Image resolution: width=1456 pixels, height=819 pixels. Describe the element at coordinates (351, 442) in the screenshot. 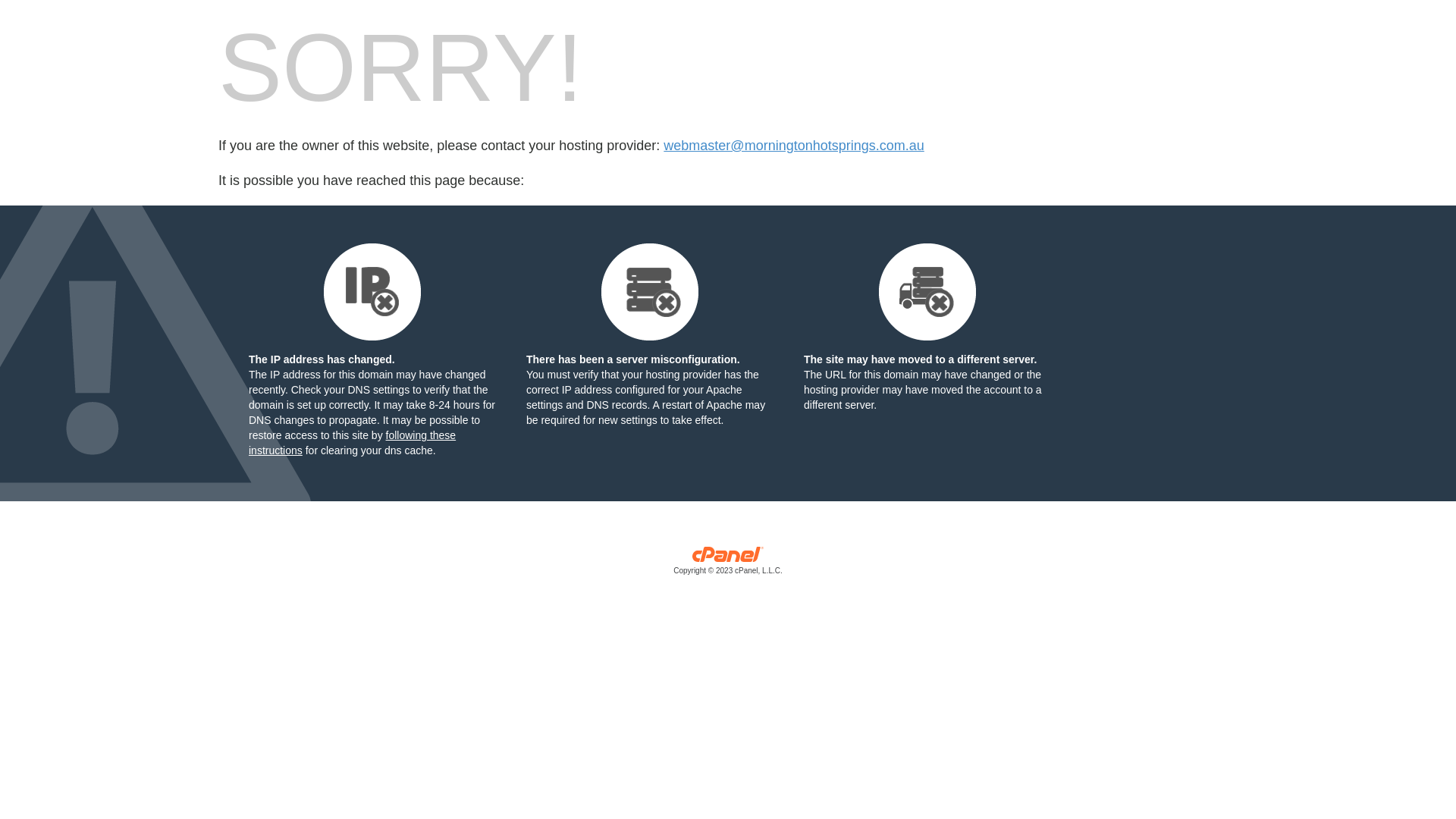

I see `'following these instructions'` at that location.